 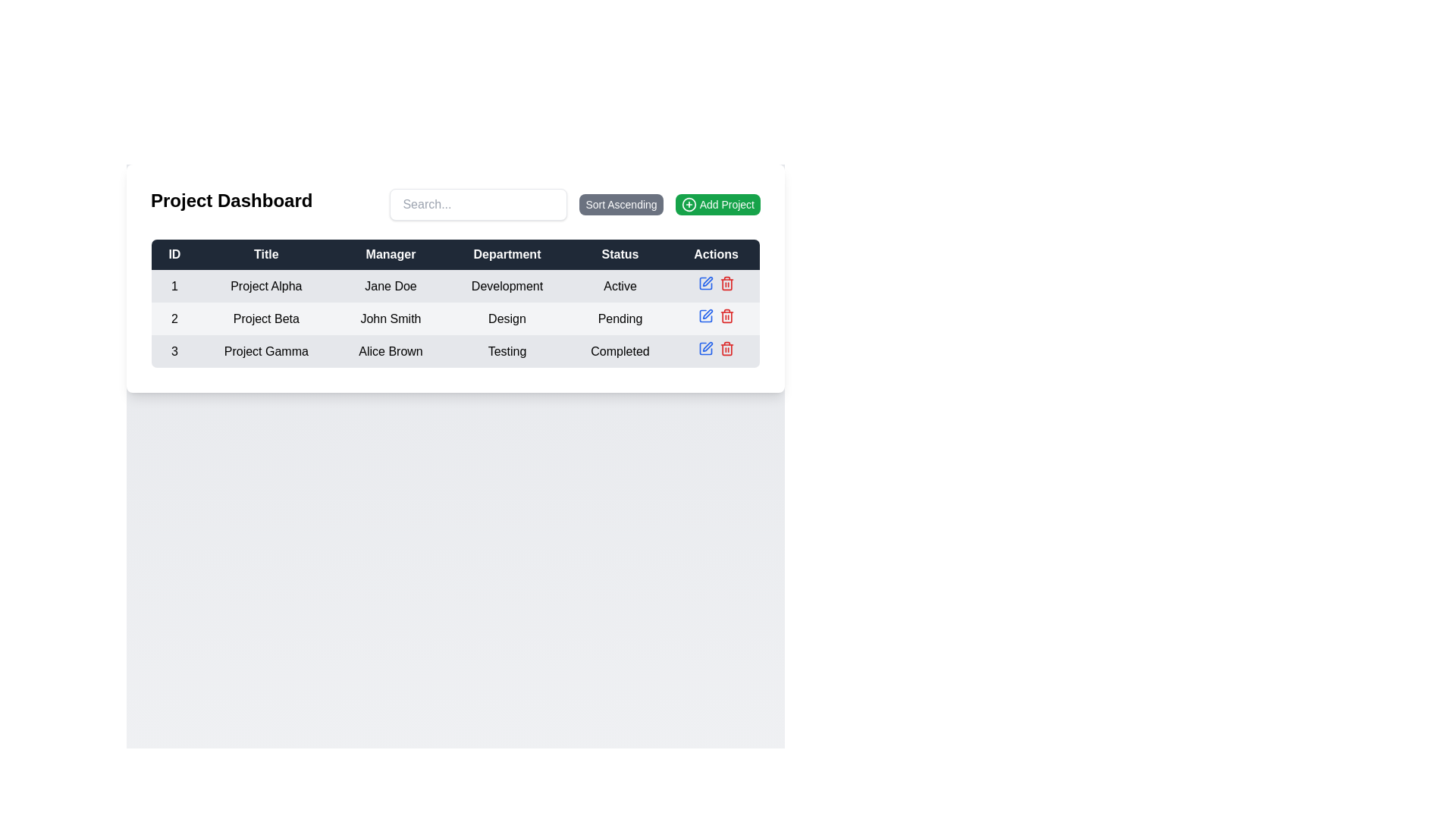 I want to click on the static text label displaying 'Completed' in the table under the 'Status' category for '3 Project Gamma Alice Brown Testing Completed', so click(x=620, y=351).